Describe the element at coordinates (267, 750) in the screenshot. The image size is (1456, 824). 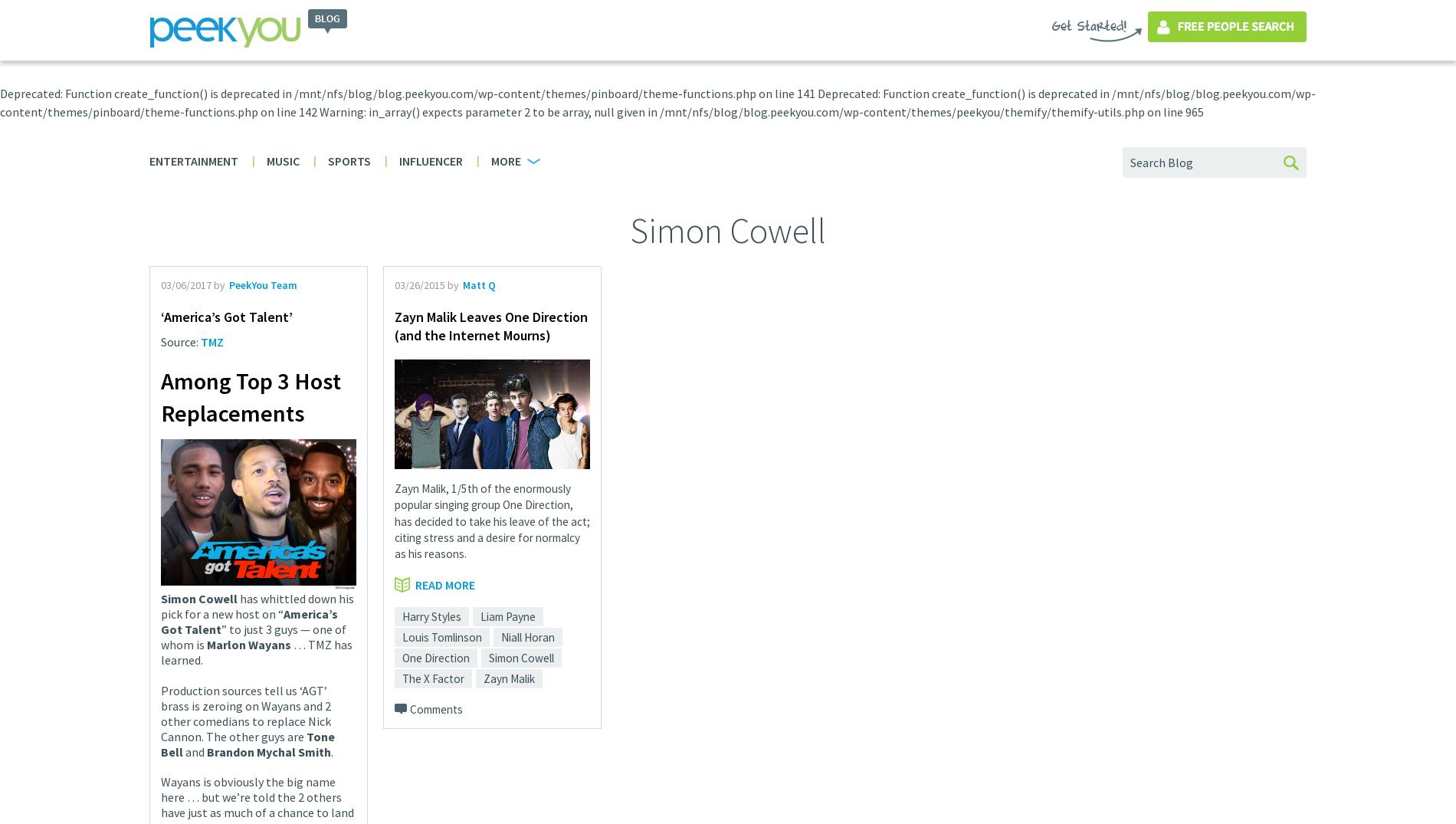
I see `'Brandon Mychal Smith'` at that location.